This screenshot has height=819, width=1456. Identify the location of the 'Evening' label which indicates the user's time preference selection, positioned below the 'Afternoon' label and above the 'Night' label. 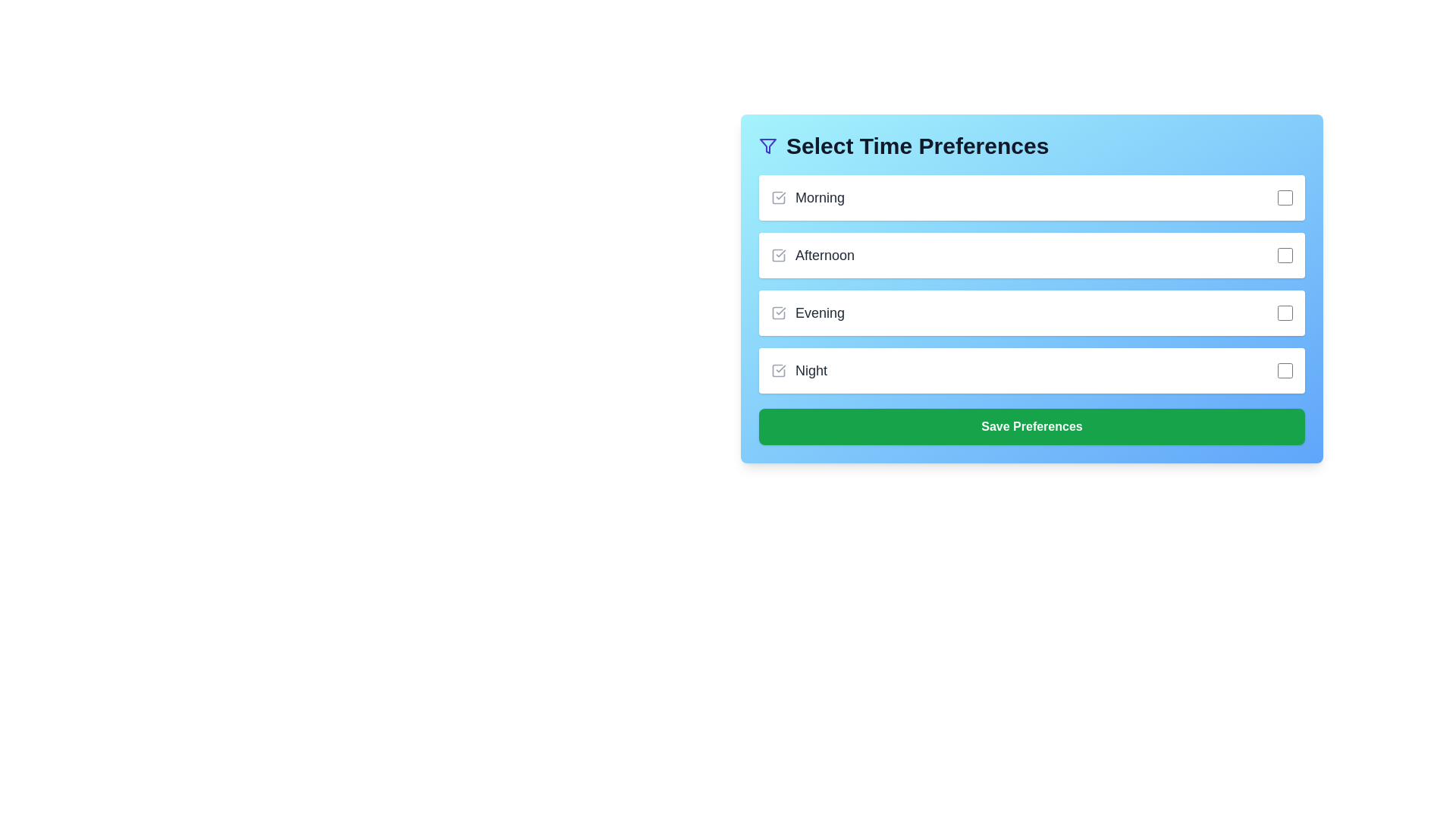
(819, 312).